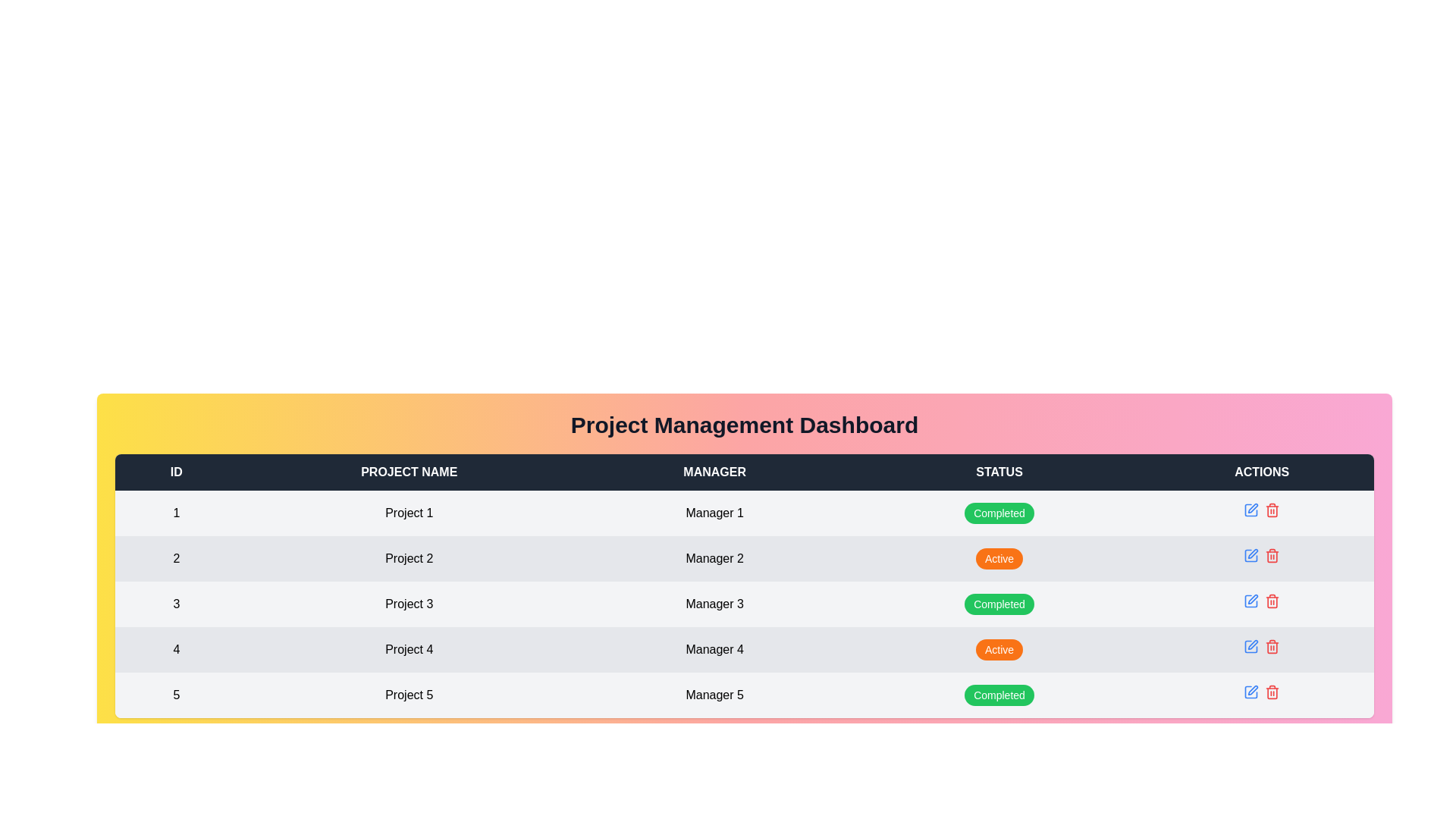 The image size is (1456, 819). What do you see at coordinates (1251, 692) in the screenshot?
I see `the edit icon located in the Actions column of the last row in the project table to initiate the edit action` at bounding box center [1251, 692].